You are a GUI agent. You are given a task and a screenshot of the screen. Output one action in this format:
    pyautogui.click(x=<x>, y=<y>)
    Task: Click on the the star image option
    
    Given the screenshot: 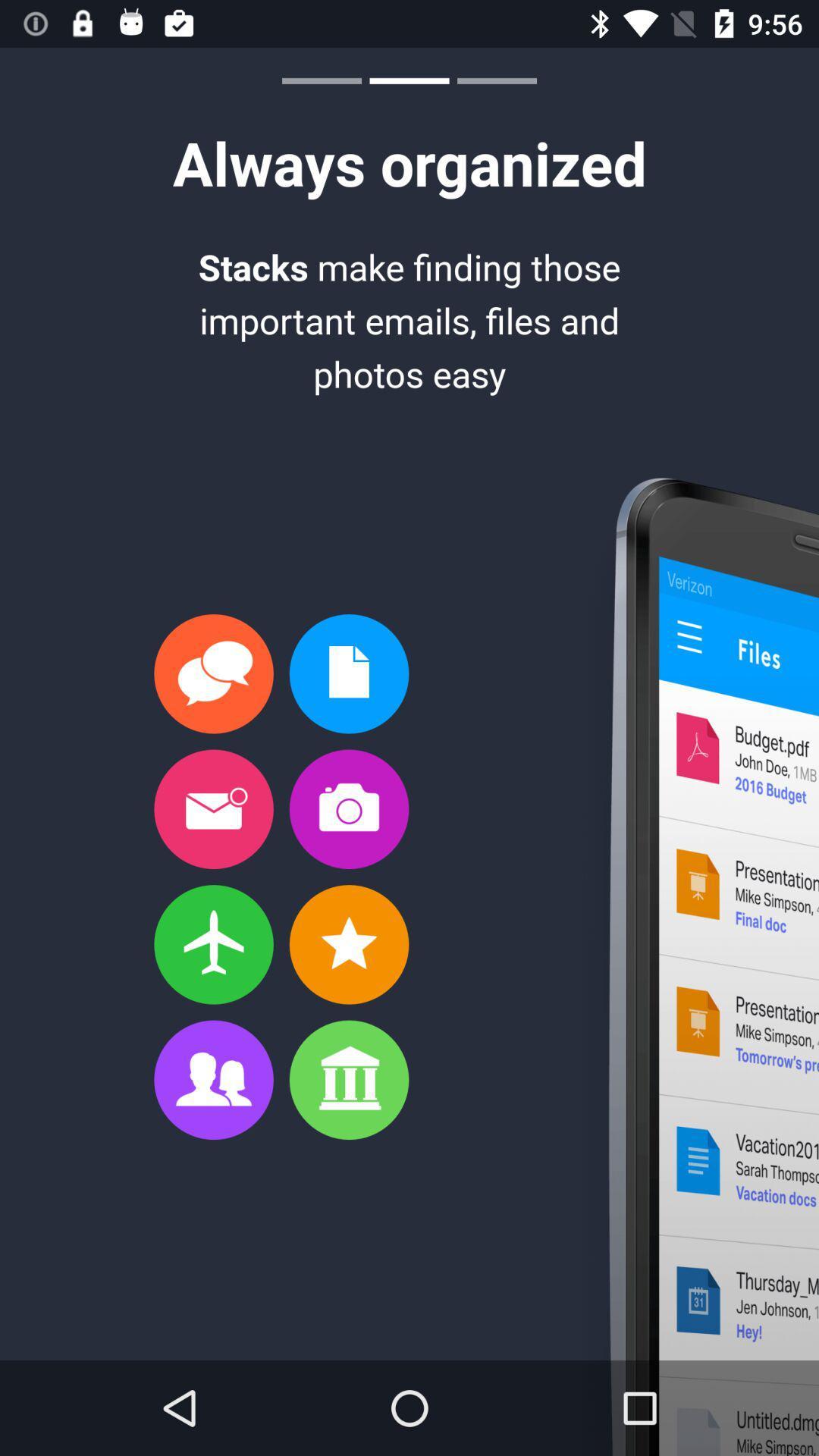 What is the action you would take?
    pyautogui.click(x=349, y=944)
    